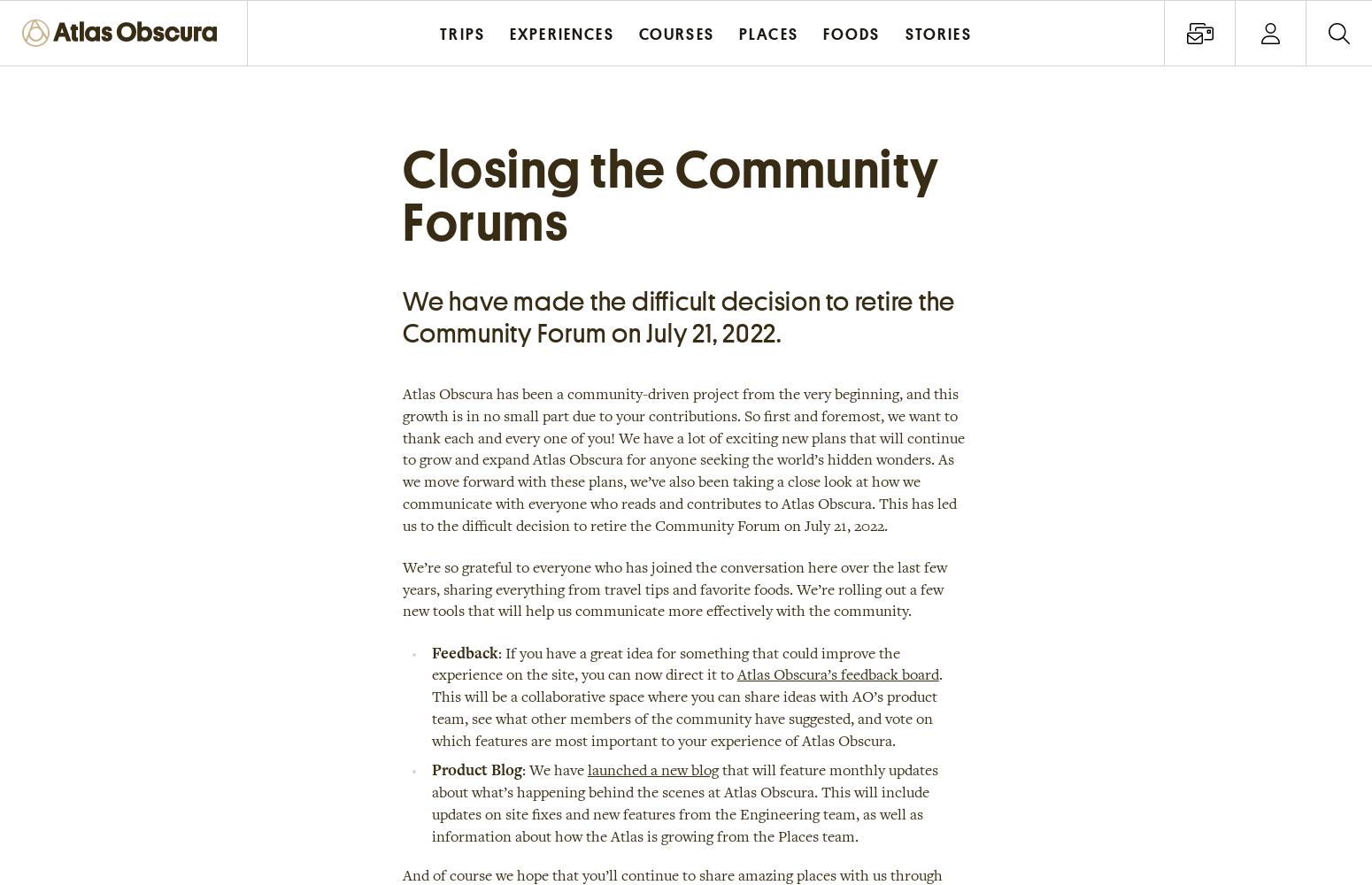  Describe the element at coordinates (670, 196) in the screenshot. I see `'Closing the Community Forums'` at that location.